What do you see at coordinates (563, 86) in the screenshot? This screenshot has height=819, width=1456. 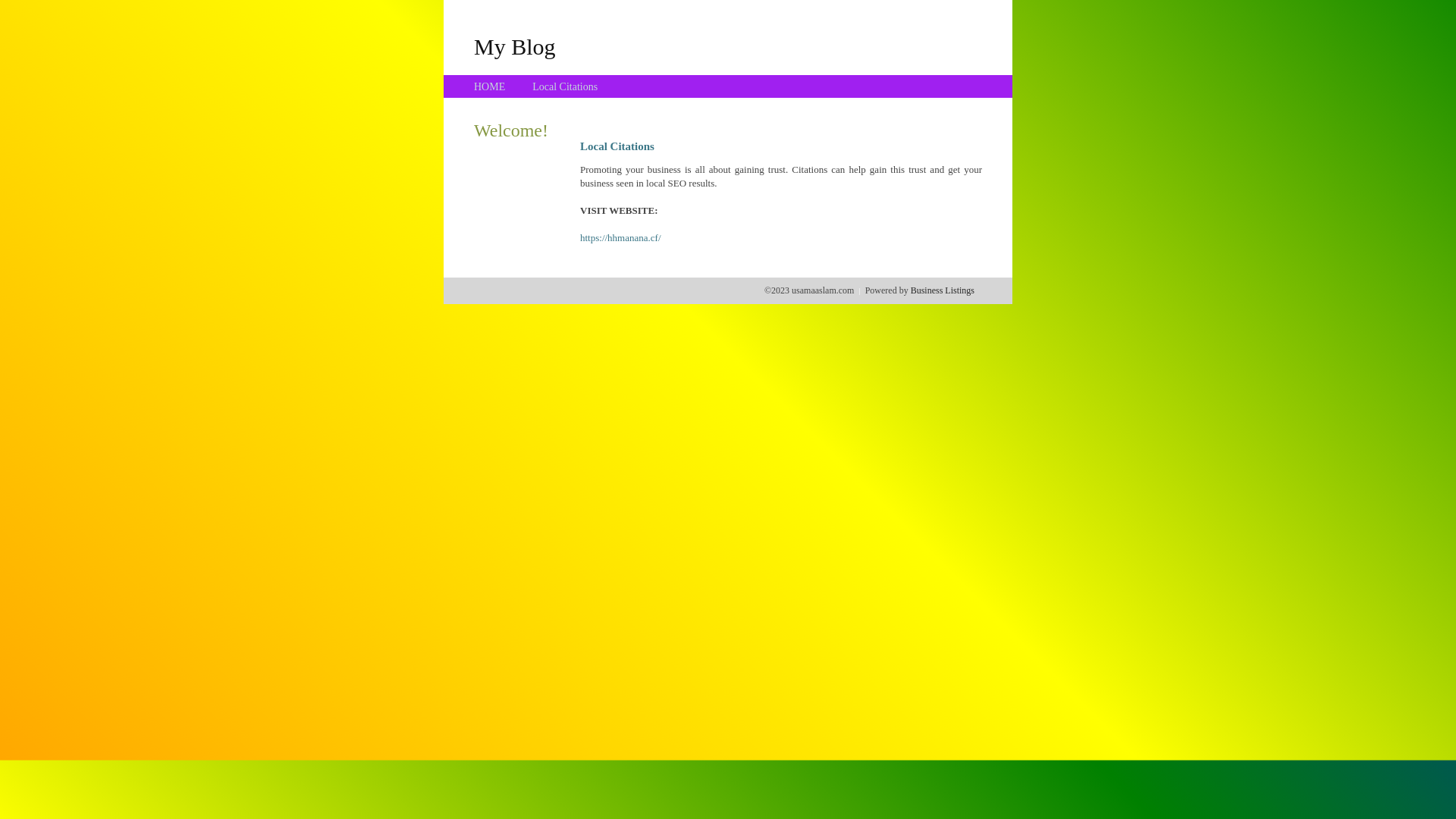 I see `'Local Citations'` at bounding box center [563, 86].